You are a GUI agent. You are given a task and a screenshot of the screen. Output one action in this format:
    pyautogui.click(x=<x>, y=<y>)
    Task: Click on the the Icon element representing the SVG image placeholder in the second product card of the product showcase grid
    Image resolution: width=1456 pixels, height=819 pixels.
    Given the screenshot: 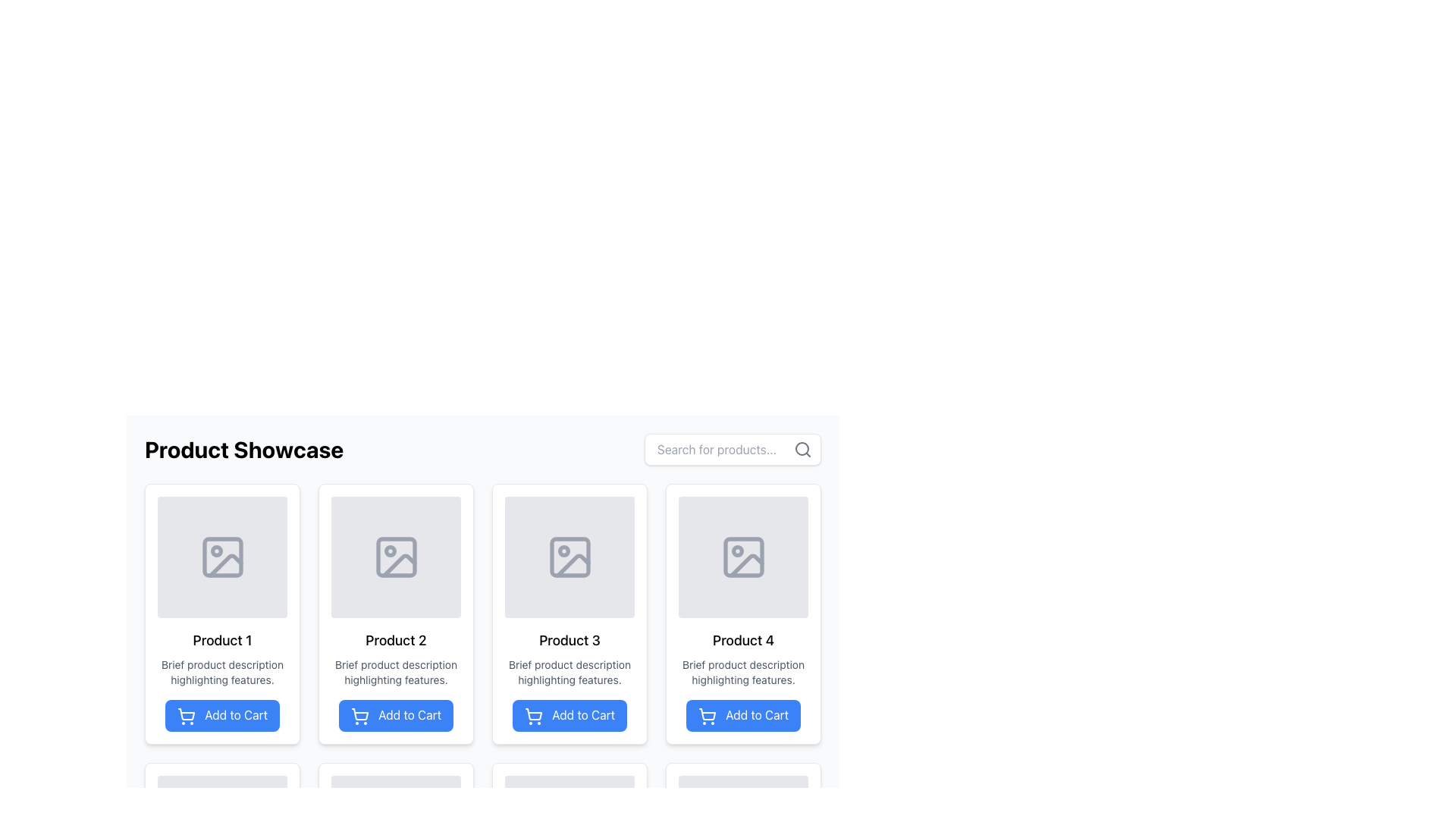 What is the action you would take?
    pyautogui.click(x=399, y=566)
    